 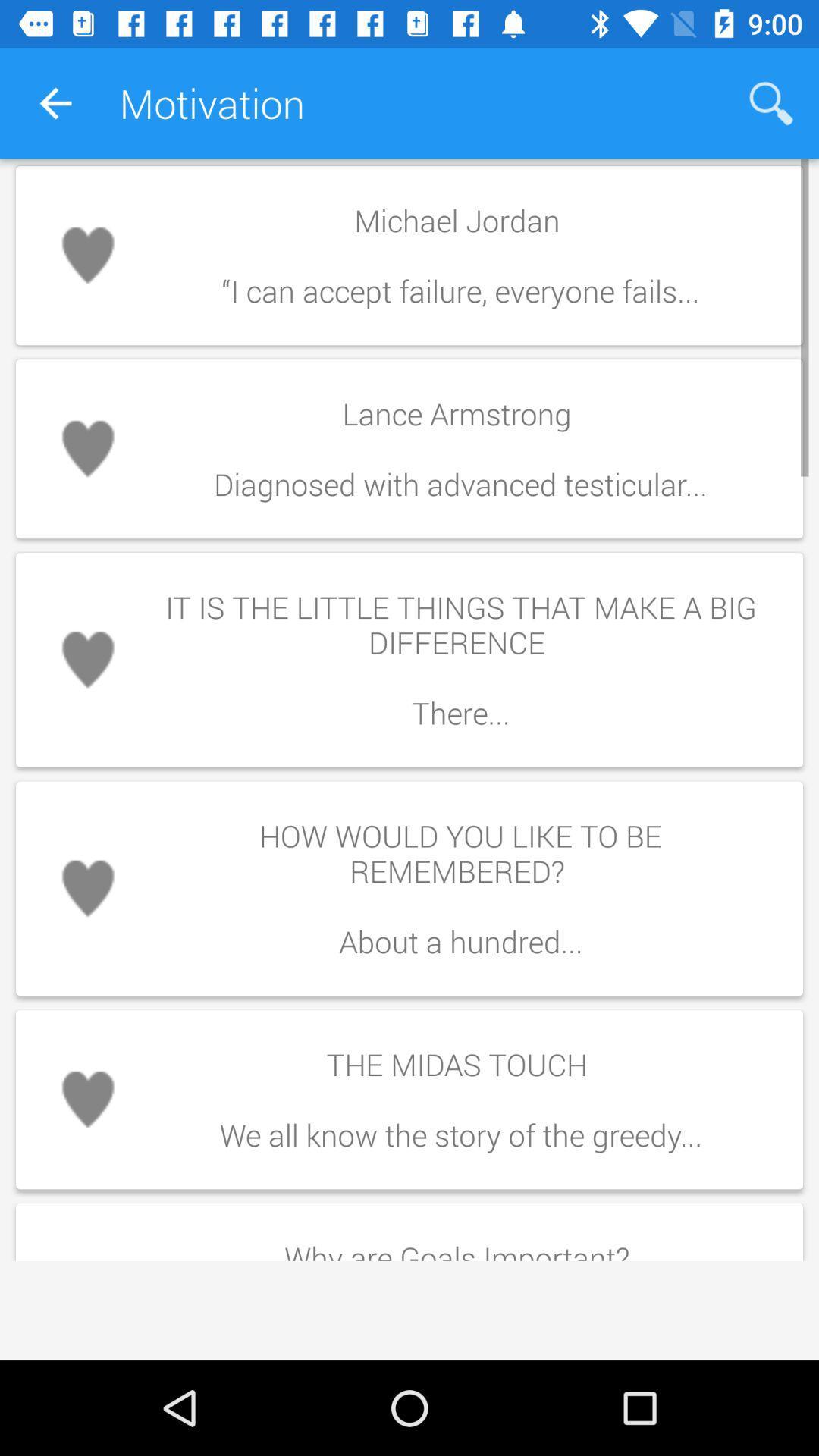 I want to click on icon above the it is the, so click(x=460, y=448).